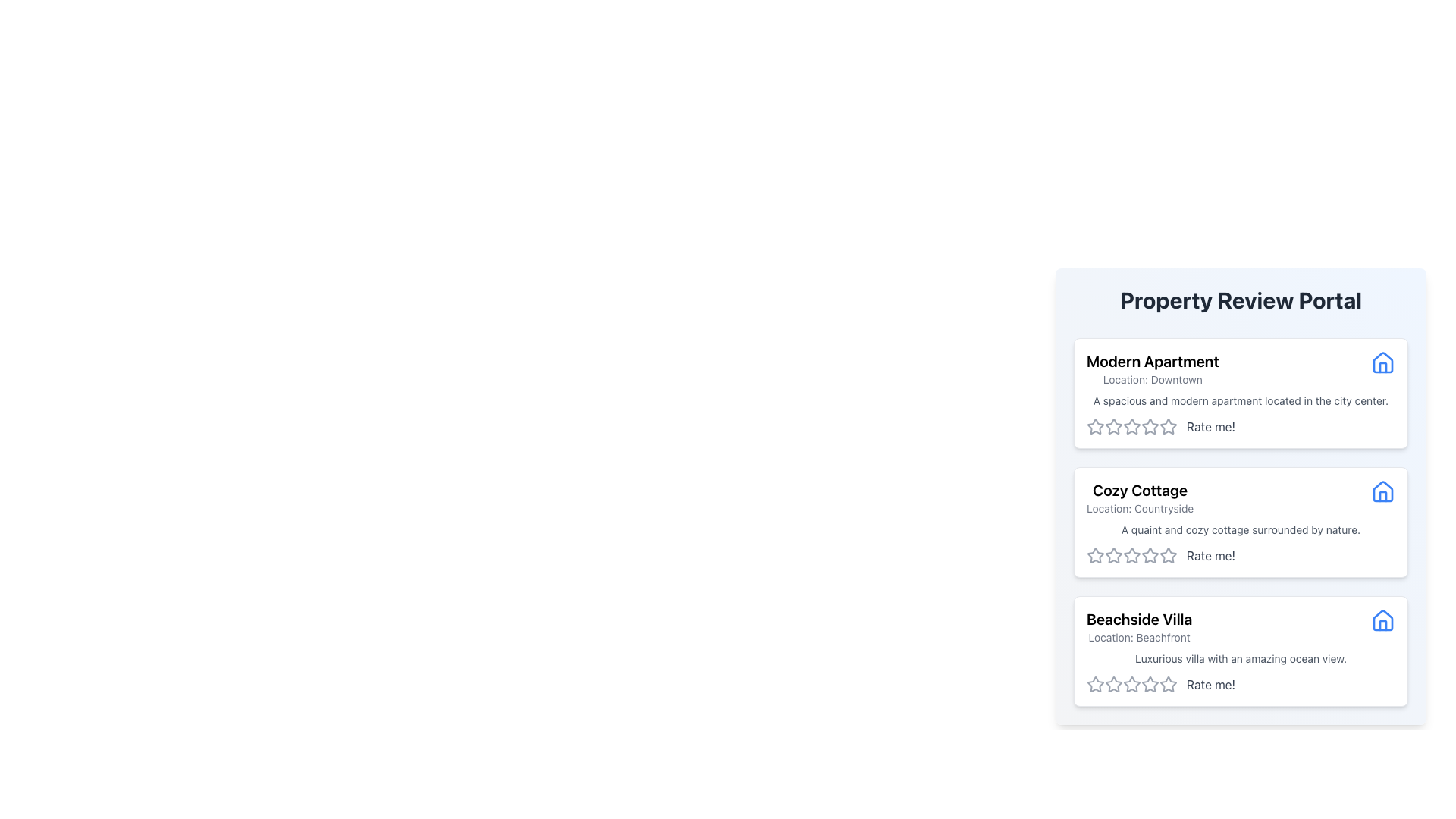 This screenshot has width=1456, height=819. Describe the element at coordinates (1095, 555) in the screenshot. I see `the first Rating Star Icon under the 'Cozy Cottage' property in the Property Review Portal to affect neighboring stars` at that location.